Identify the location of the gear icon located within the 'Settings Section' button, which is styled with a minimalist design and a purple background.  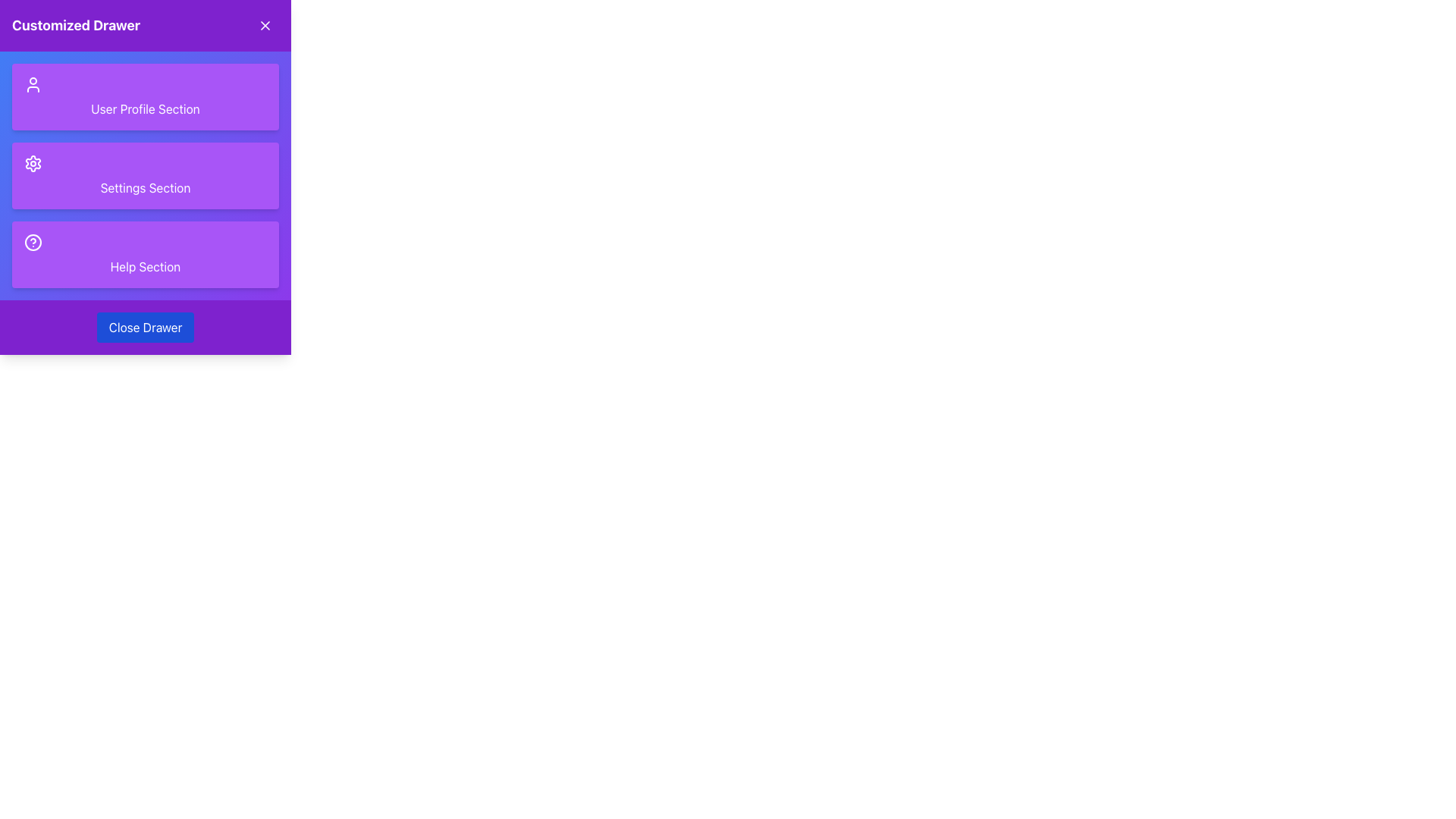
(33, 164).